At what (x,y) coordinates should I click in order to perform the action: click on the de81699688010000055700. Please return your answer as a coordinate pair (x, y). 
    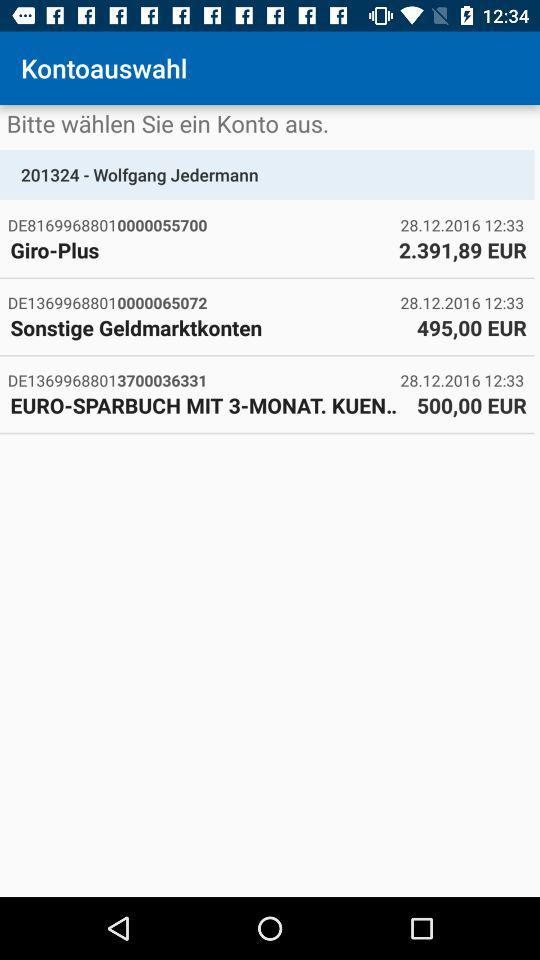
    Looking at the image, I should click on (203, 225).